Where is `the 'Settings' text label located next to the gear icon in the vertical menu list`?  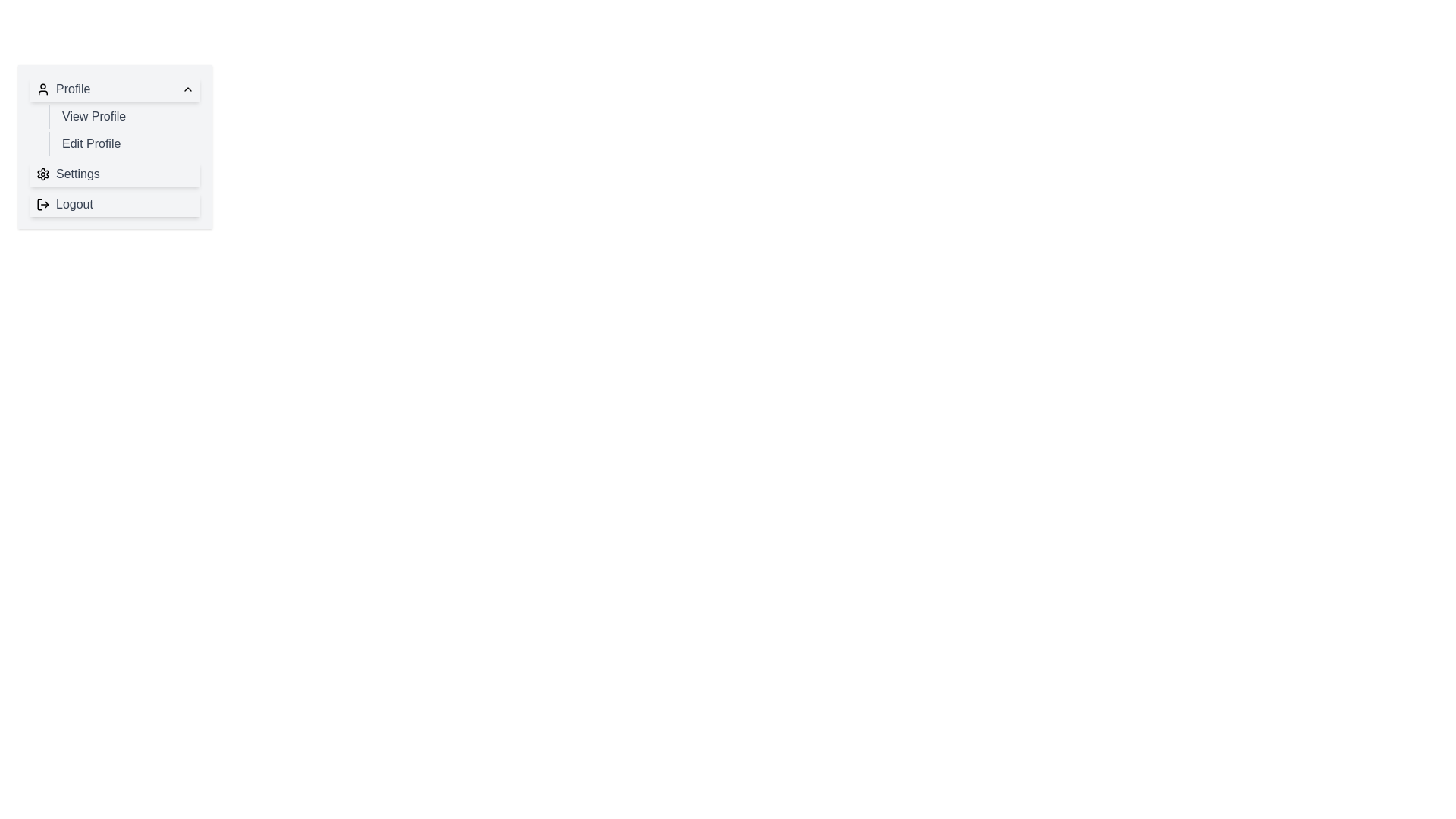
the 'Settings' text label located next to the gear icon in the vertical menu list is located at coordinates (77, 174).